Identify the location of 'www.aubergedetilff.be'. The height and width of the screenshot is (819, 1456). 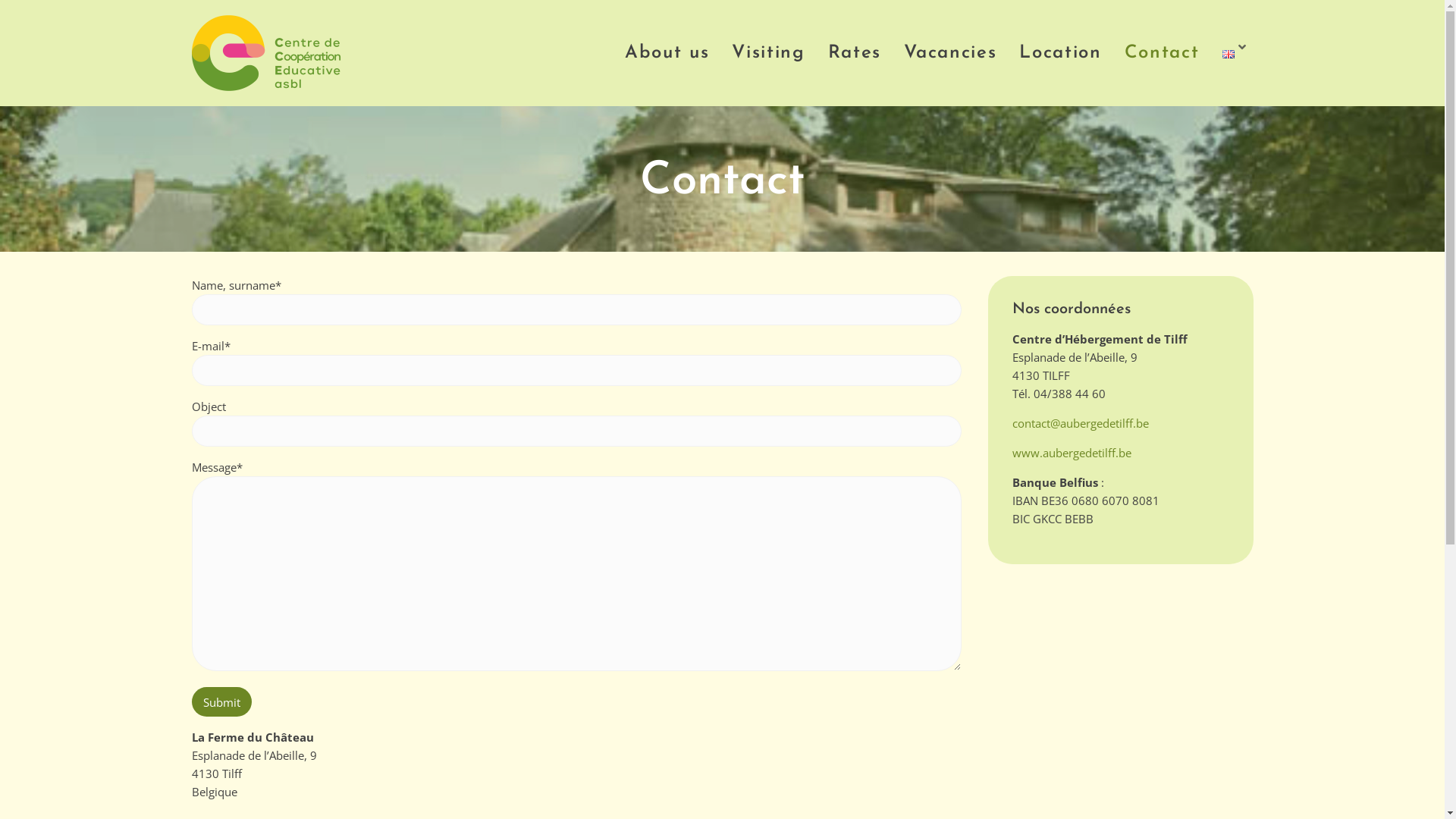
(1070, 452).